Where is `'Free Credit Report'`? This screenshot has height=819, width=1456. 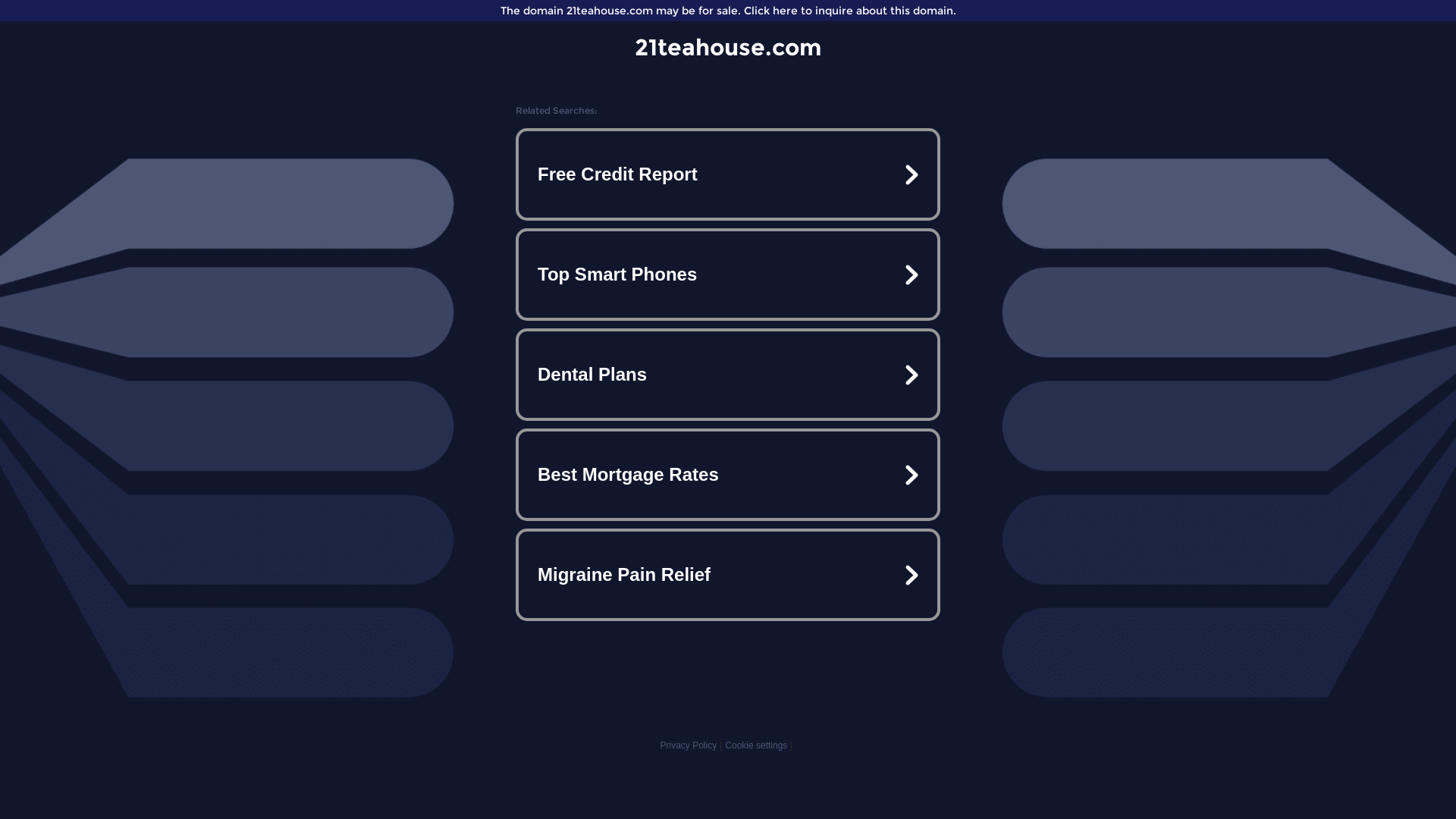
'Free Credit Report' is located at coordinates (728, 174).